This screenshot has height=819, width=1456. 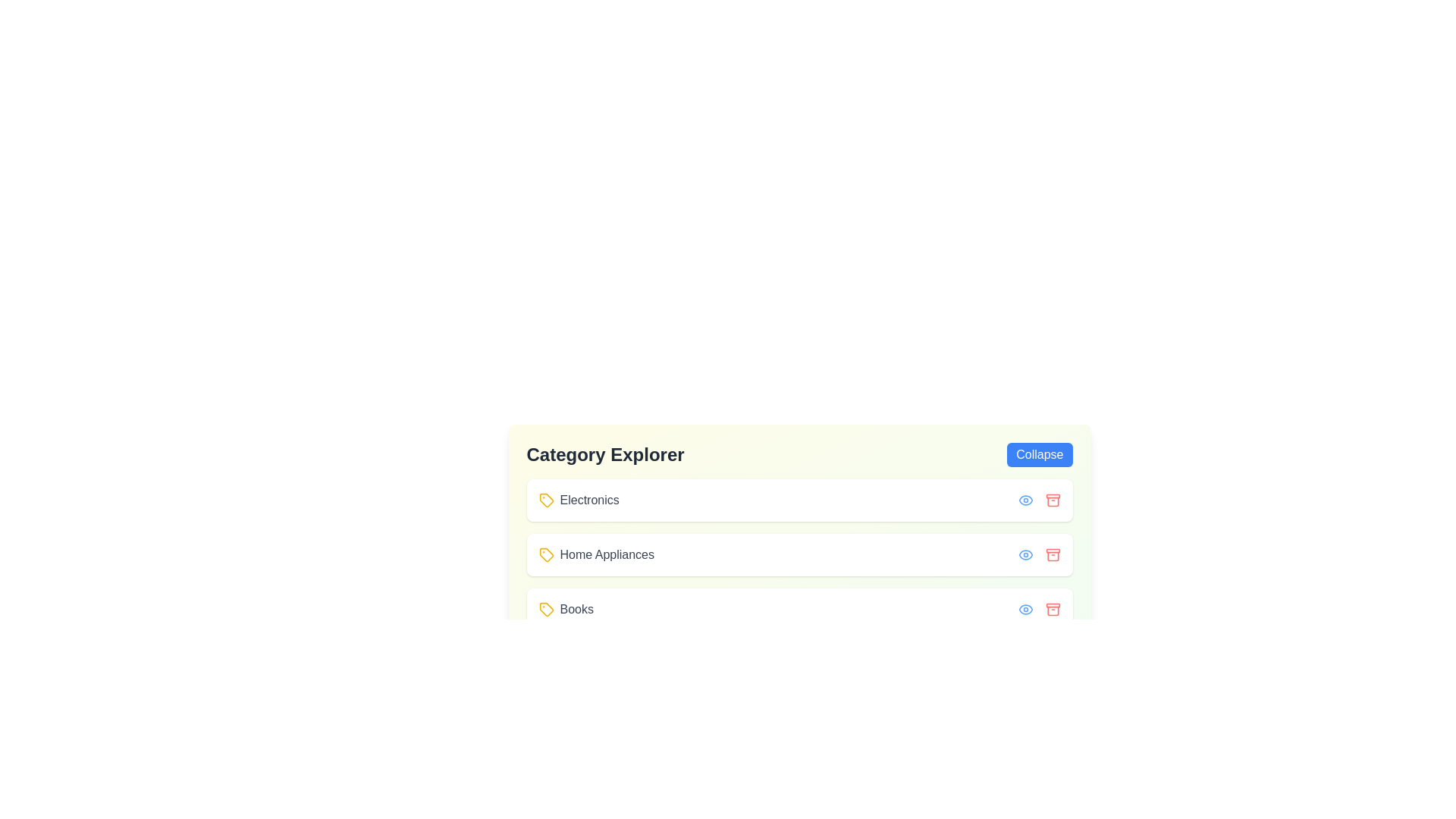 I want to click on the second category card within the 'Category Explorer' section that has a yellow-to-green gradient background and is positioned between the 'Electronics' and 'Books' cards, so click(x=799, y=561).